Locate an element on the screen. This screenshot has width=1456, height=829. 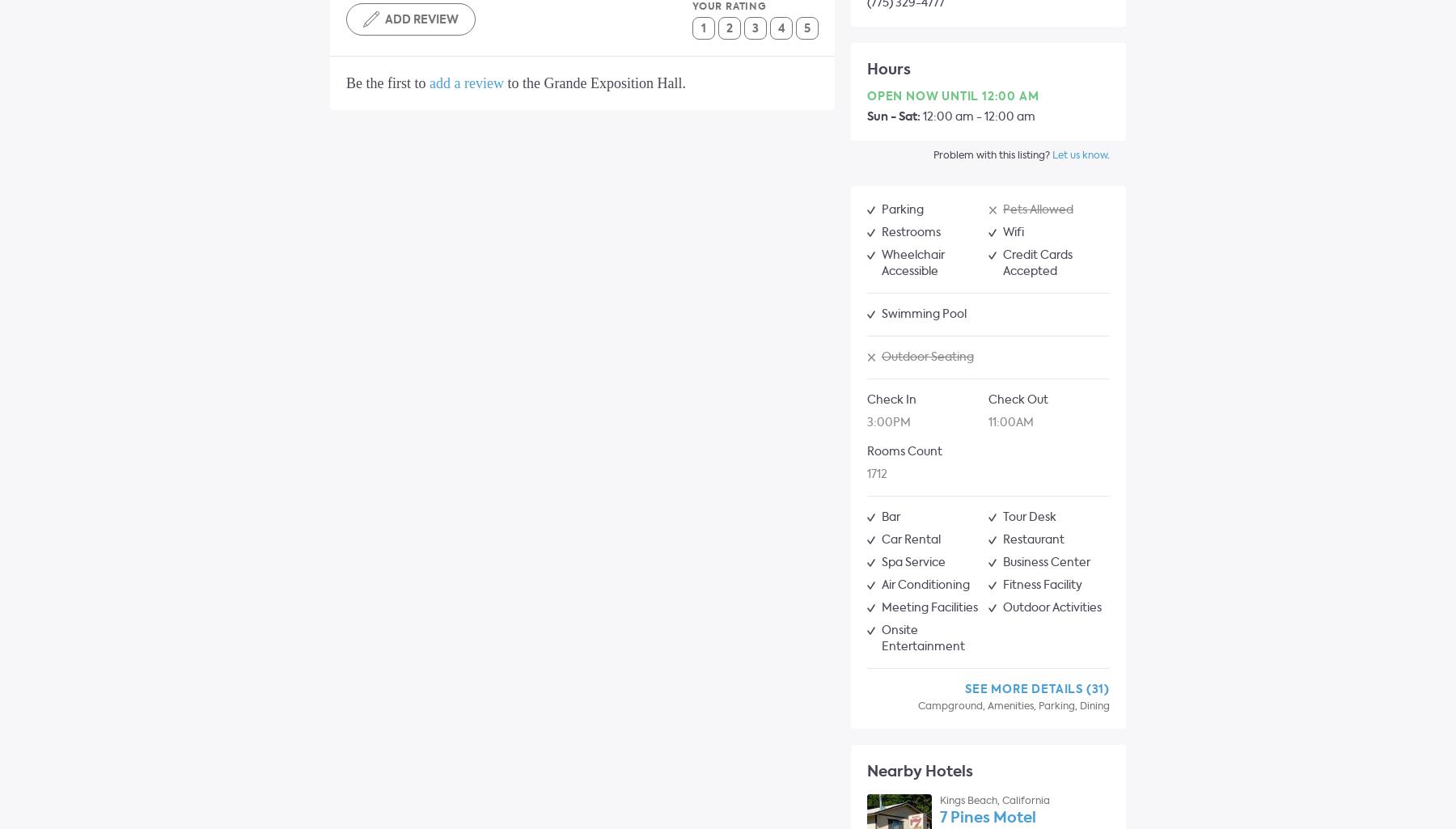
'5' is located at coordinates (806, 27).